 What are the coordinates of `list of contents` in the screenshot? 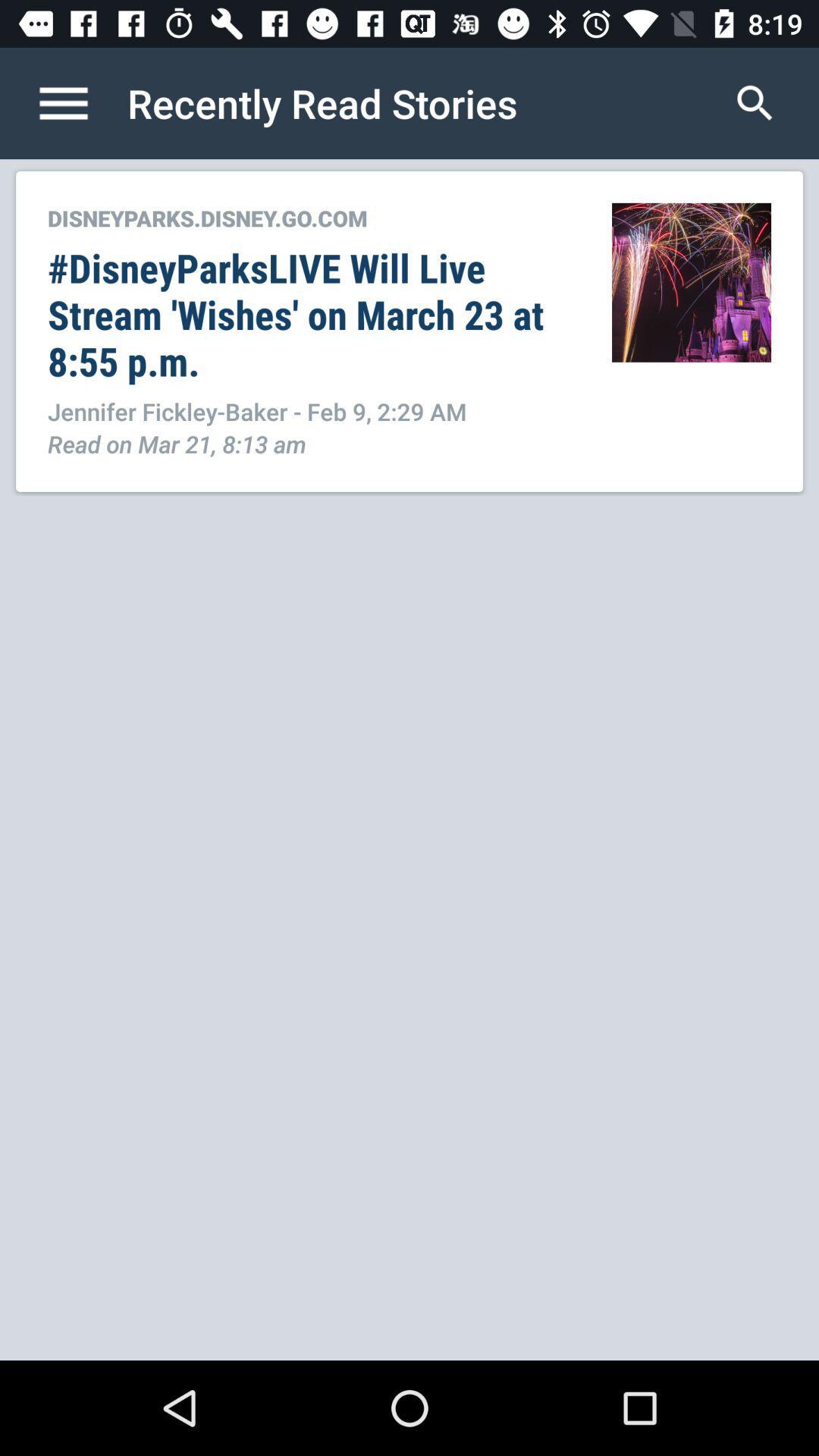 It's located at (79, 102).